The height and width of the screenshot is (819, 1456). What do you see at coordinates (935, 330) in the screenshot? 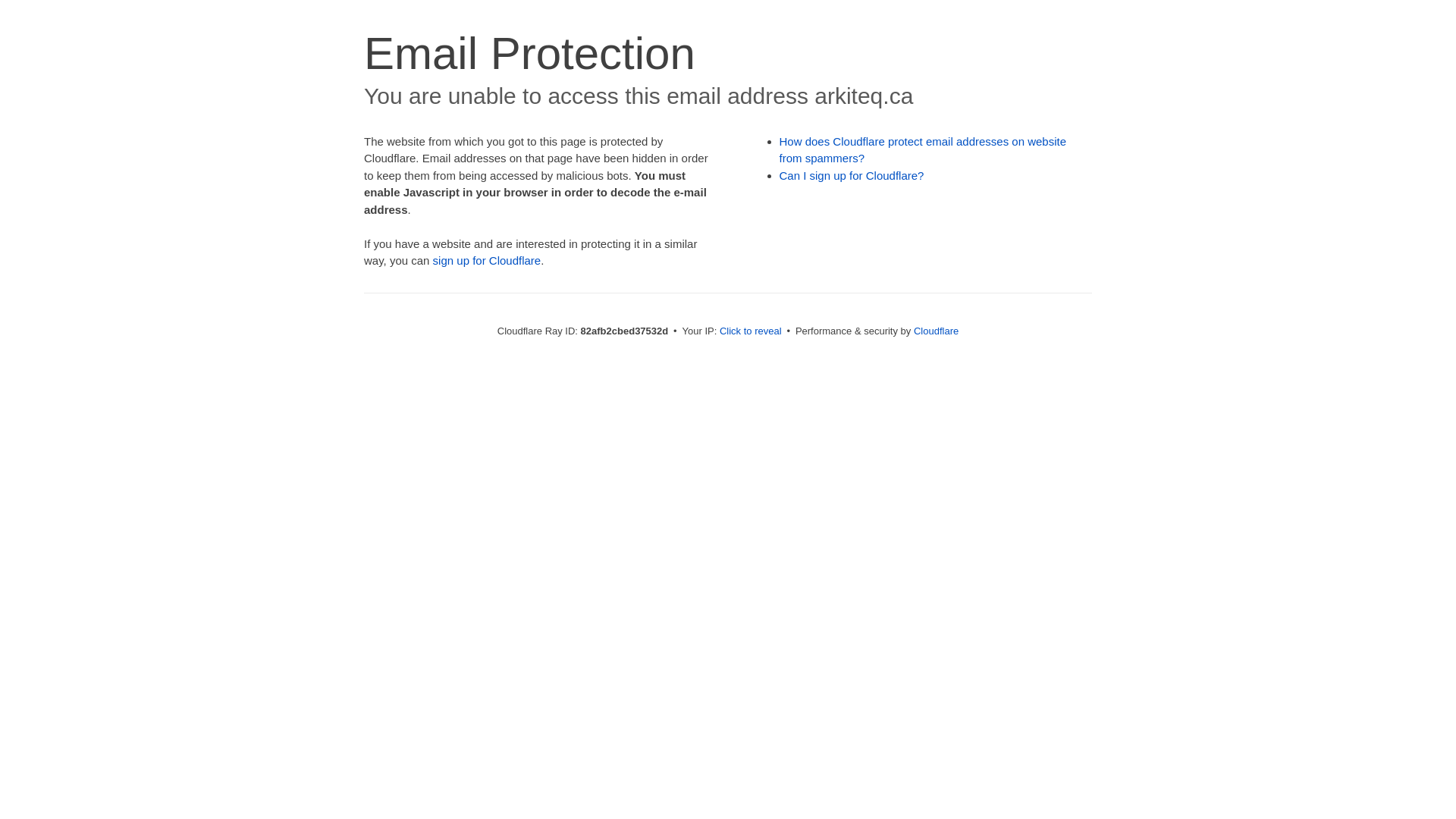
I see `'Cloudflare'` at bounding box center [935, 330].